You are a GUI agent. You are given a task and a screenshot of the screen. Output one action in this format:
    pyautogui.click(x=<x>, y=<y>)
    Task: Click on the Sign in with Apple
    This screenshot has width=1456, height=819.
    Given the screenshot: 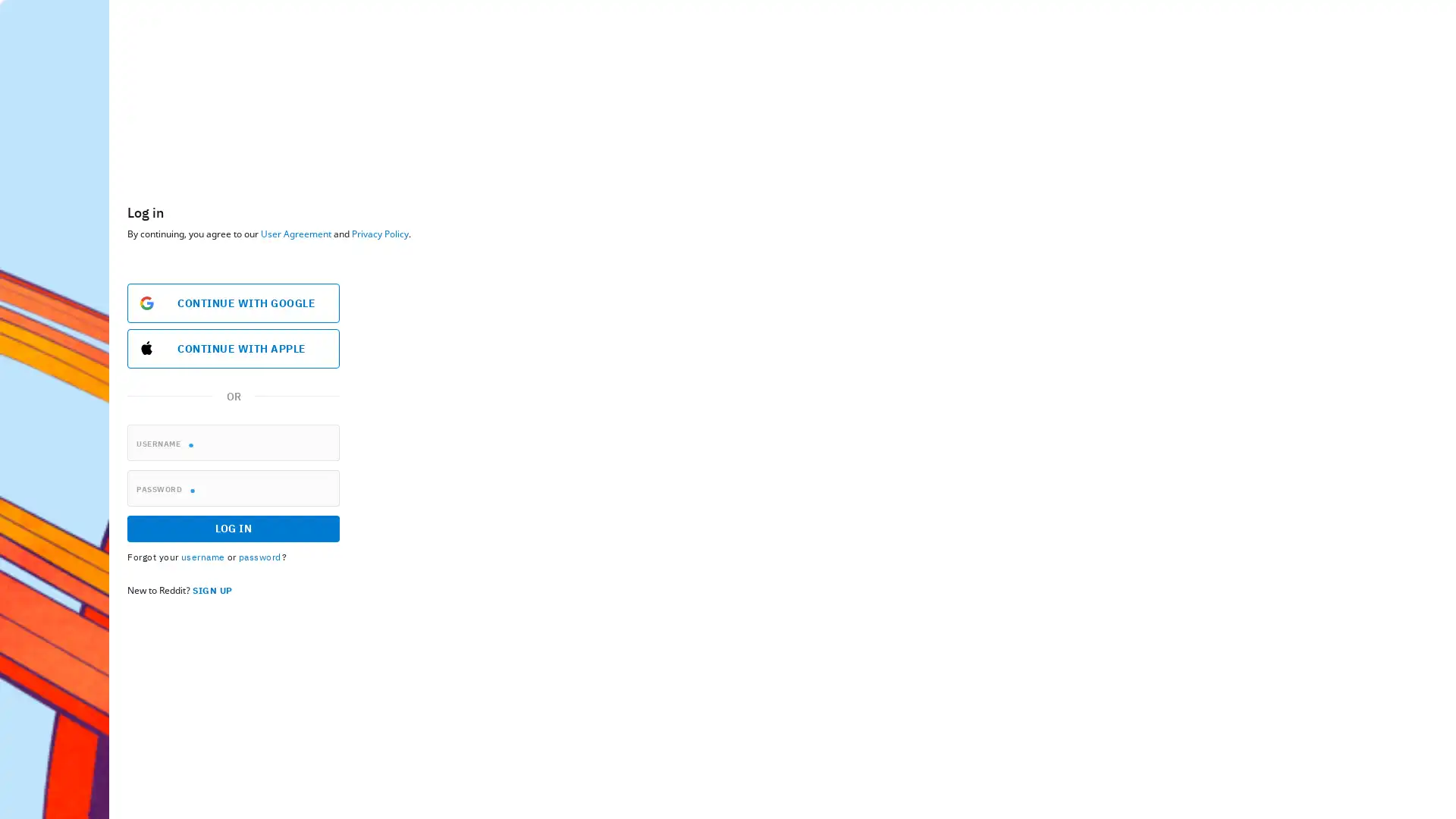 What is the action you would take?
    pyautogui.click(x=270, y=348)
    